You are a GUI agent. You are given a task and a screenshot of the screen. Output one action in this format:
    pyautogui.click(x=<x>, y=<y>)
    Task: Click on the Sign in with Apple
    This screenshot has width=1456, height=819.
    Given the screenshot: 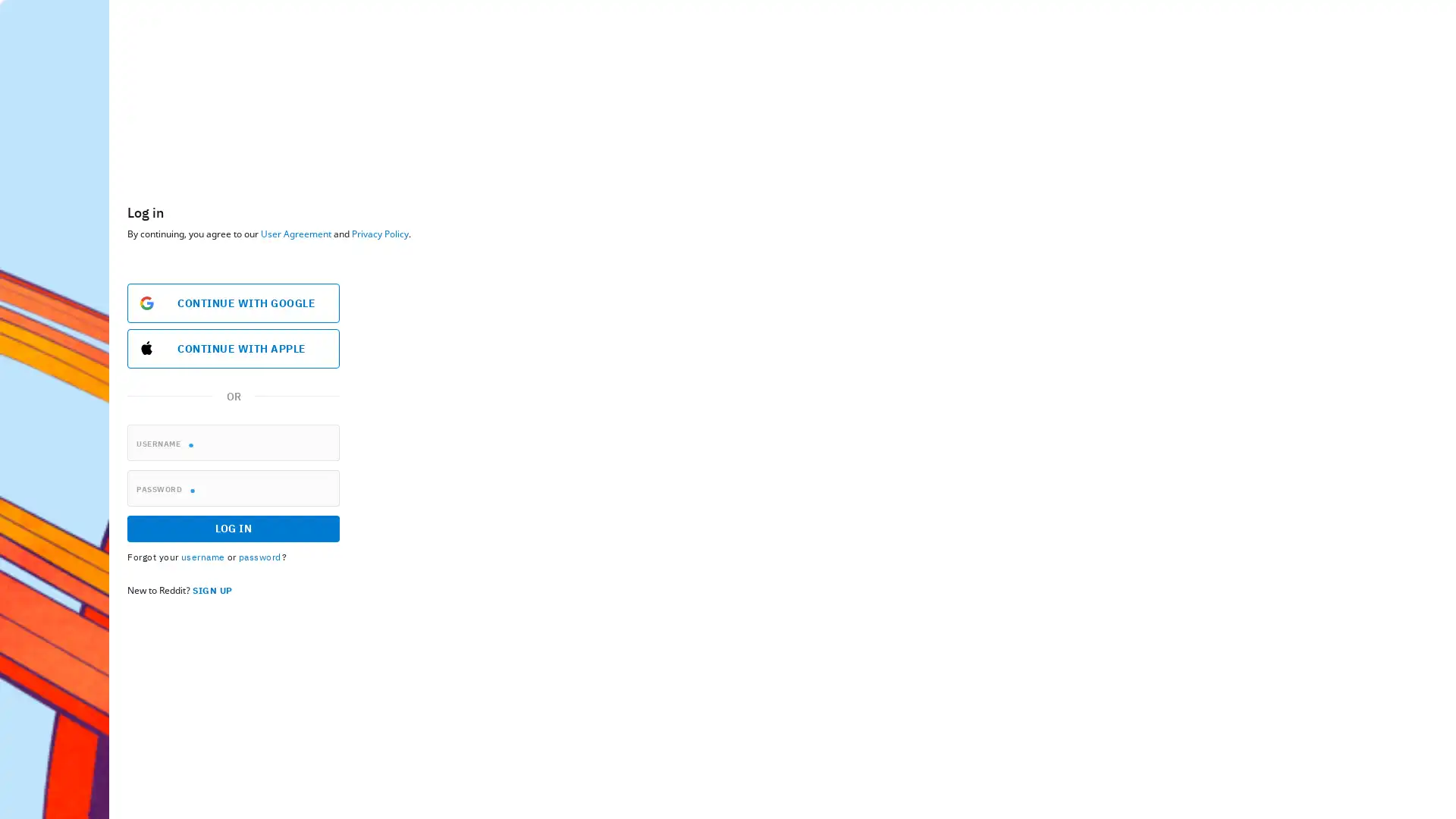 What is the action you would take?
    pyautogui.click(x=270, y=348)
    